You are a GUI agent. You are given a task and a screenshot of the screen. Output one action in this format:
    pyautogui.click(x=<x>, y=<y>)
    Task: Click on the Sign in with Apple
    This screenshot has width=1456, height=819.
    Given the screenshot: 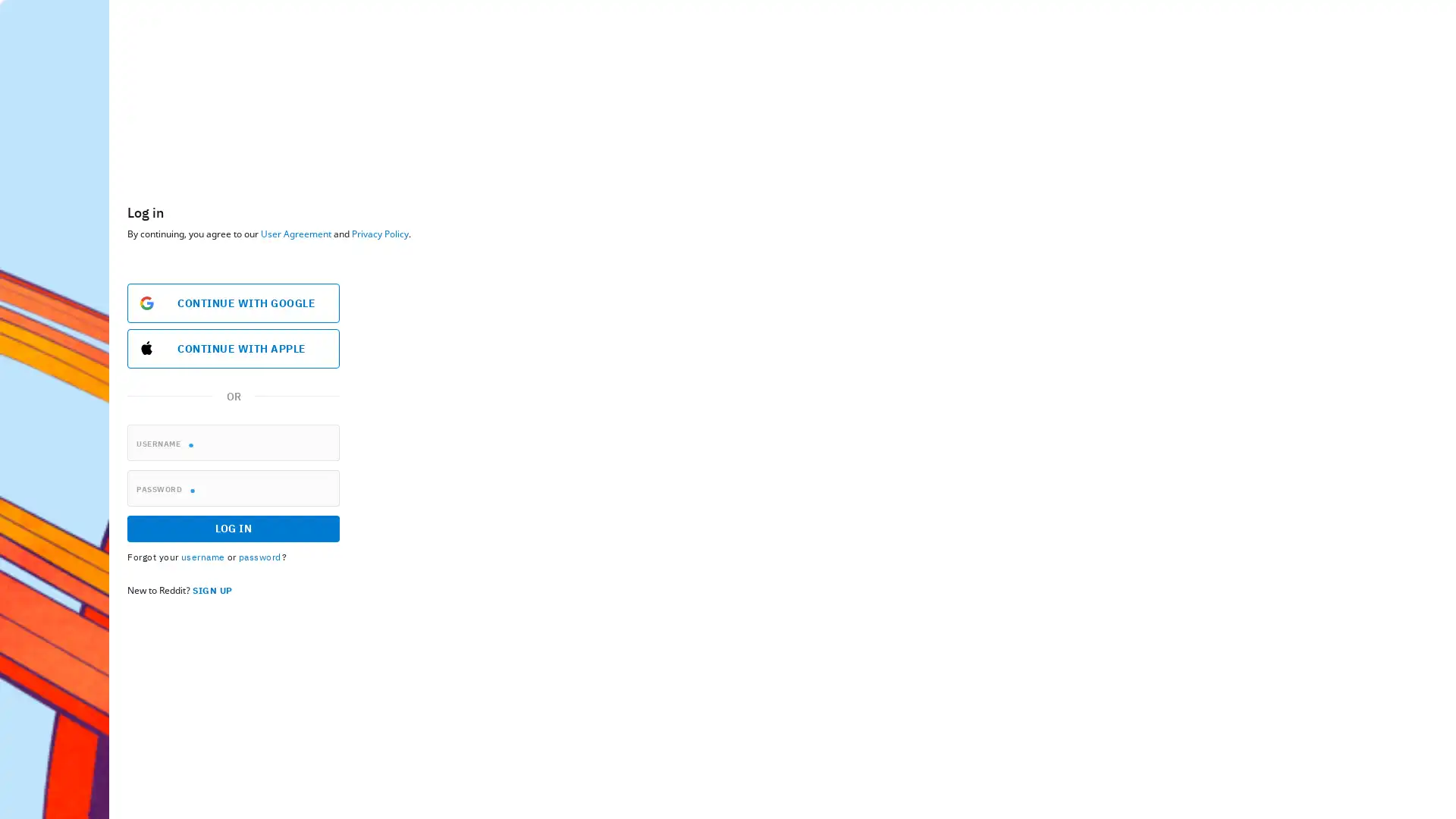 What is the action you would take?
    pyautogui.click(x=270, y=348)
    